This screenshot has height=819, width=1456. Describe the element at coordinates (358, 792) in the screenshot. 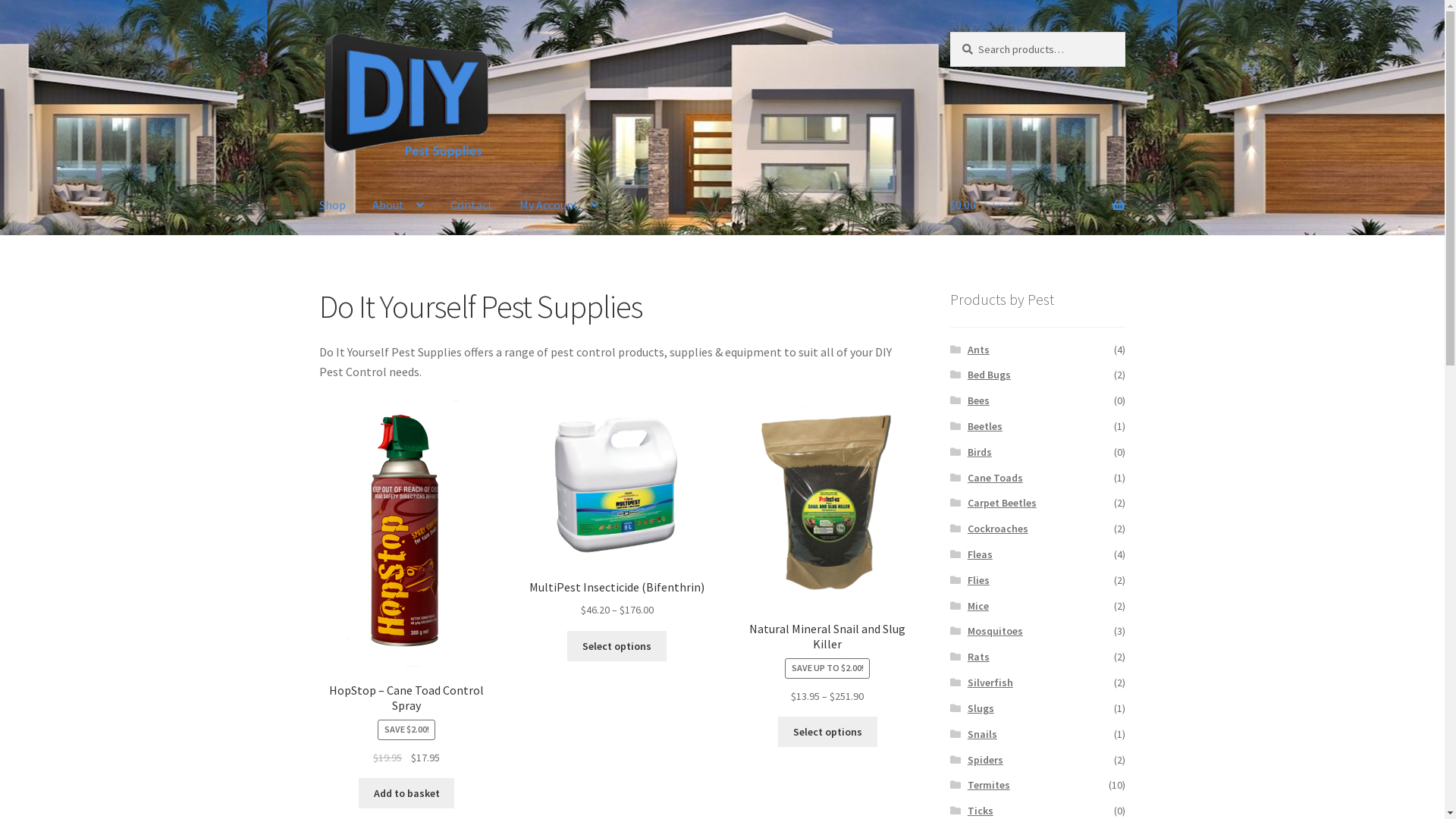

I see `'Add to basket'` at that location.